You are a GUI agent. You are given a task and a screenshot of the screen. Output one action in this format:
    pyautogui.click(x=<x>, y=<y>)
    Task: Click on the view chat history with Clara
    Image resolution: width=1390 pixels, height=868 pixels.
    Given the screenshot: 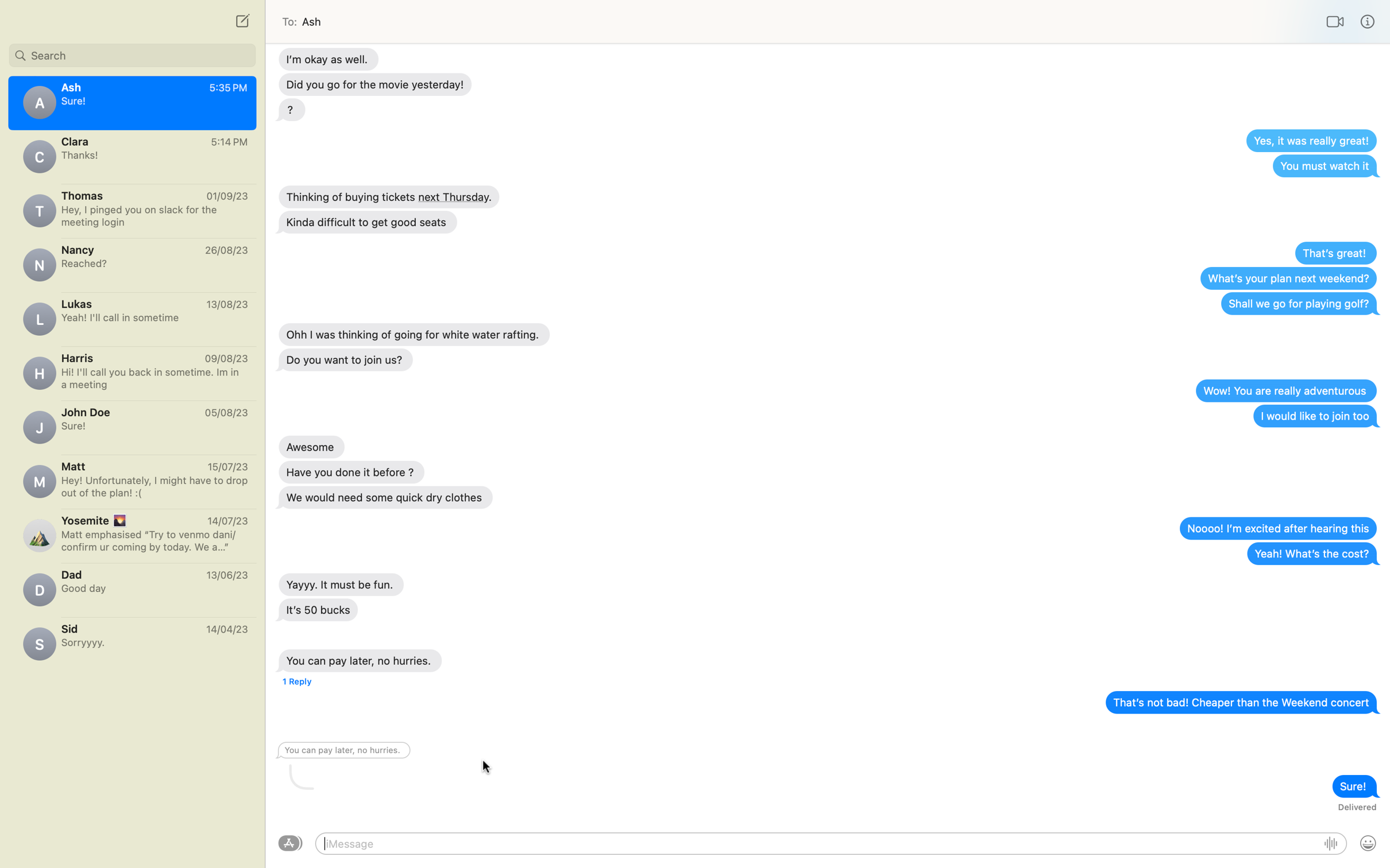 What is the action you would take?
    pyautogui.click(x=132, y=156)
    